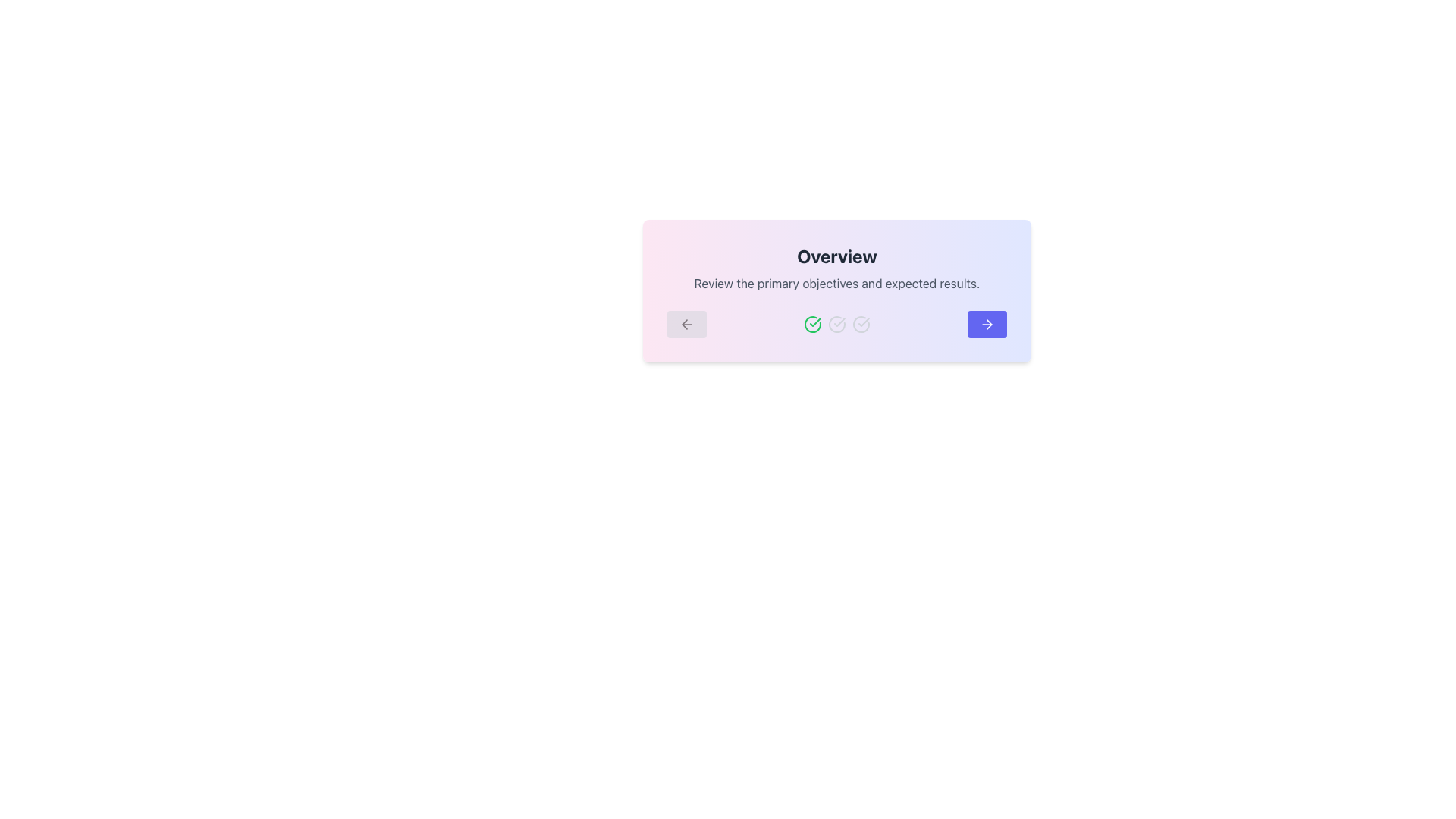 This screenshot has height=819, width=1456. I want to click on the green checkmark icon within the circular toolbar as an indicator, so click(814, 321).